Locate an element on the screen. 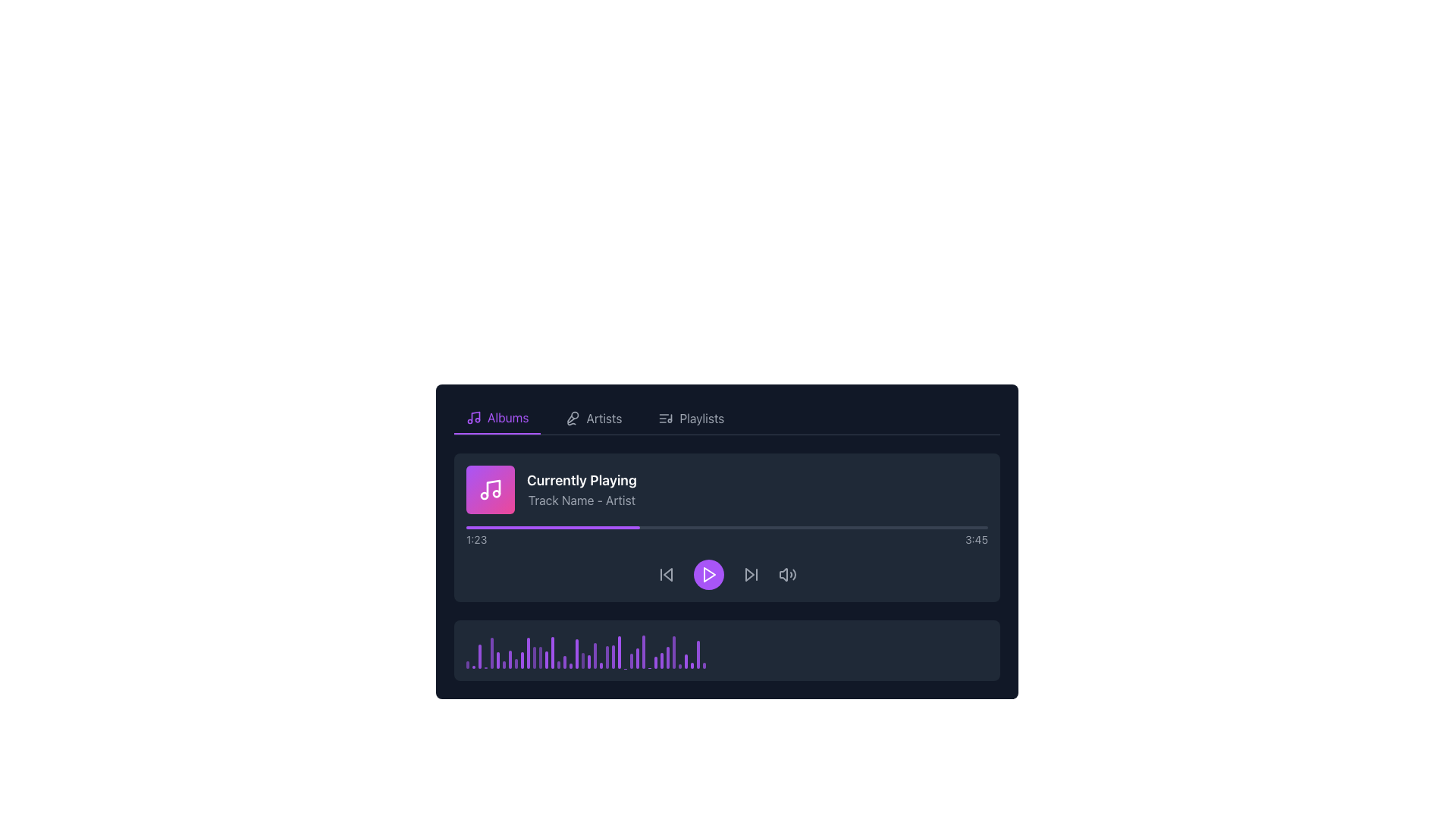  the seventh graphical bar in the footer panel is located at coordinates (504, 664).